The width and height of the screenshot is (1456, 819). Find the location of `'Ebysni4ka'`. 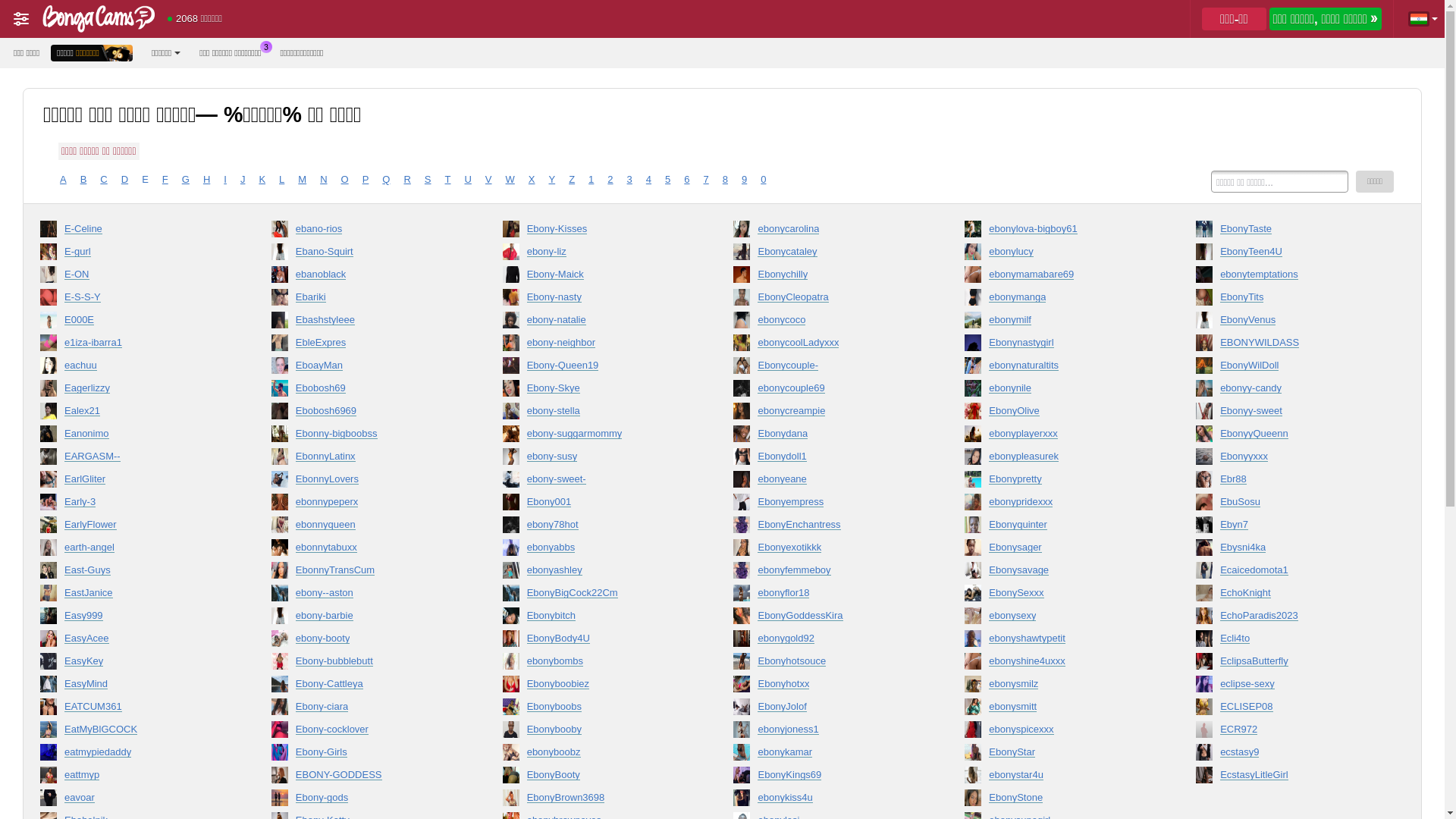

'Ebysni4ka' is located at coordinates (1288, 550).